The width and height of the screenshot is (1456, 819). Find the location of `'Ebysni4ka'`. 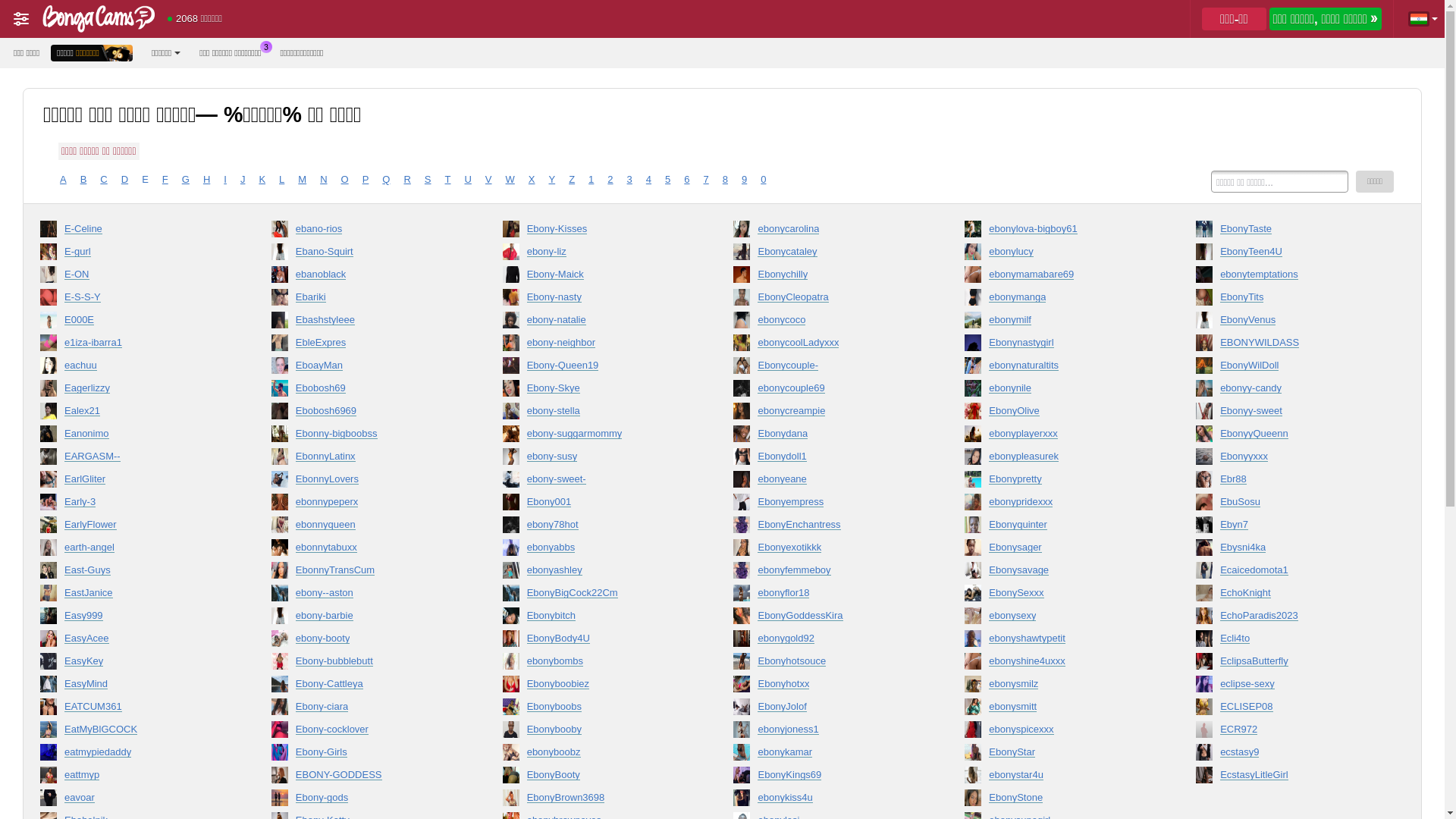

'Ebysni4ka' is located at coordinates (1288, 550).